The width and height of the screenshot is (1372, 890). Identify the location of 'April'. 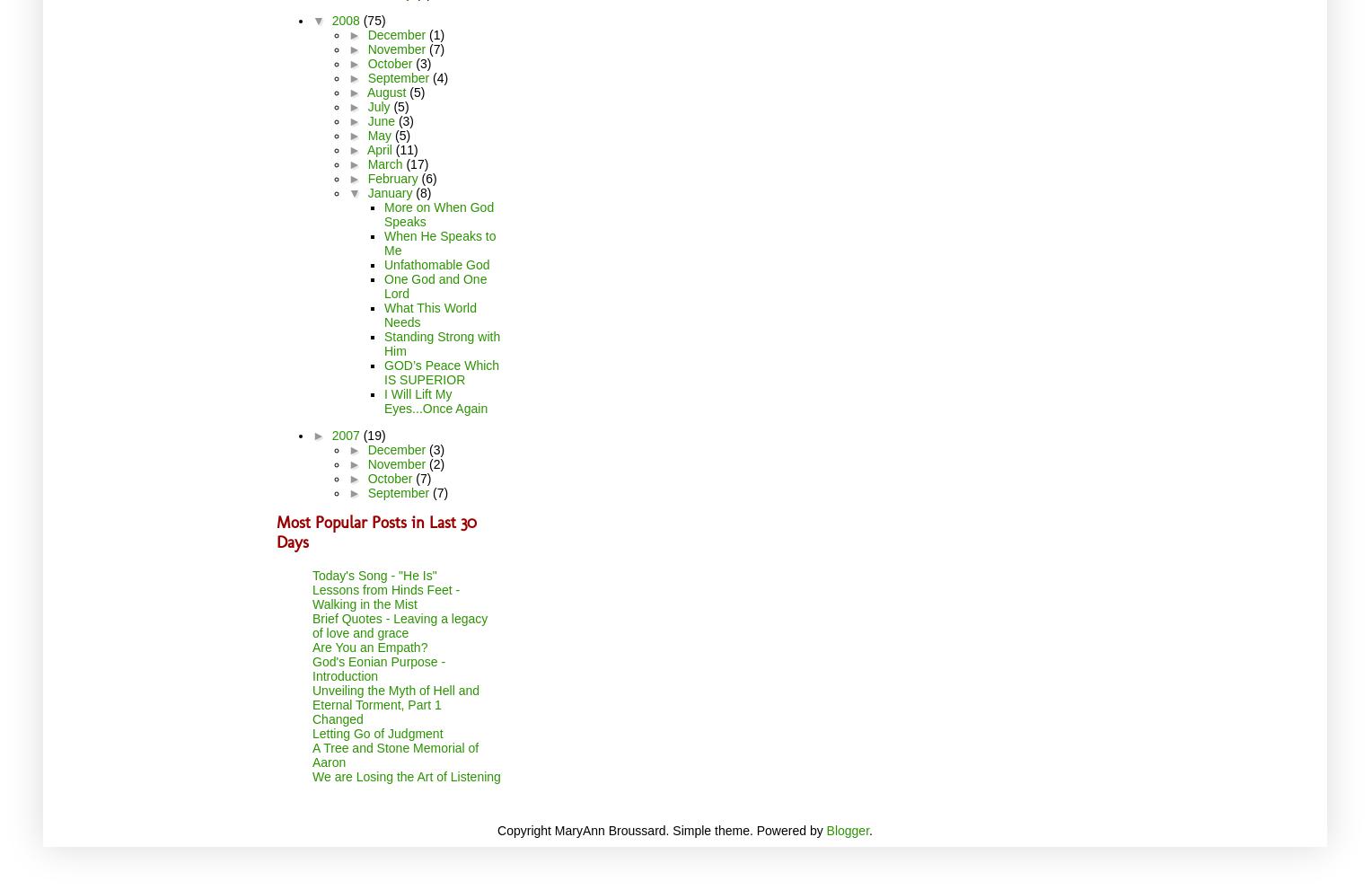
(381, 149).